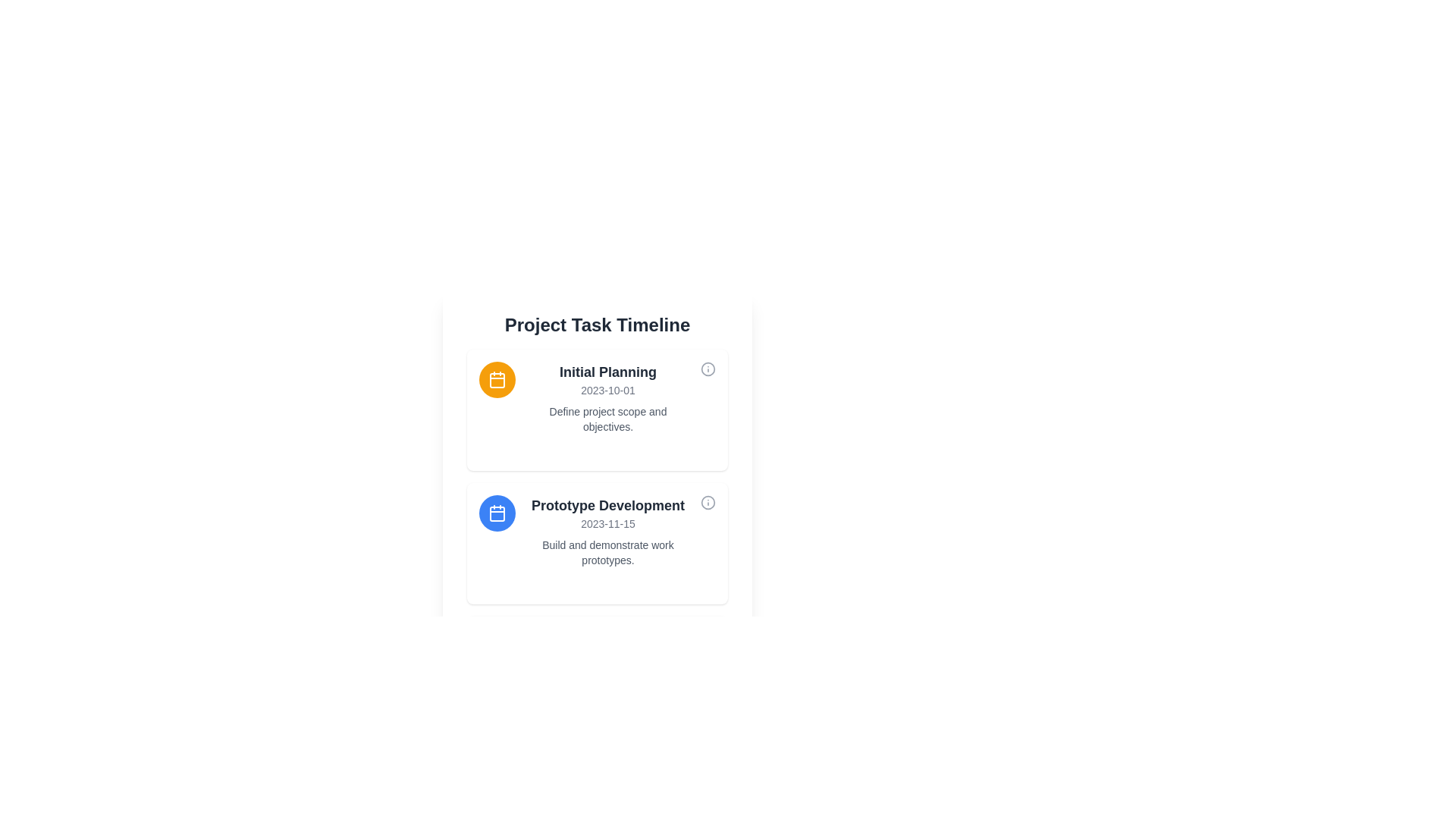 Image resolution: width=1456 pixels, height=819 pixels. I want to click on the circular button icon styled like a clock located in the top-right corner of the 'Prototype Development' task card, so click(708, 505).